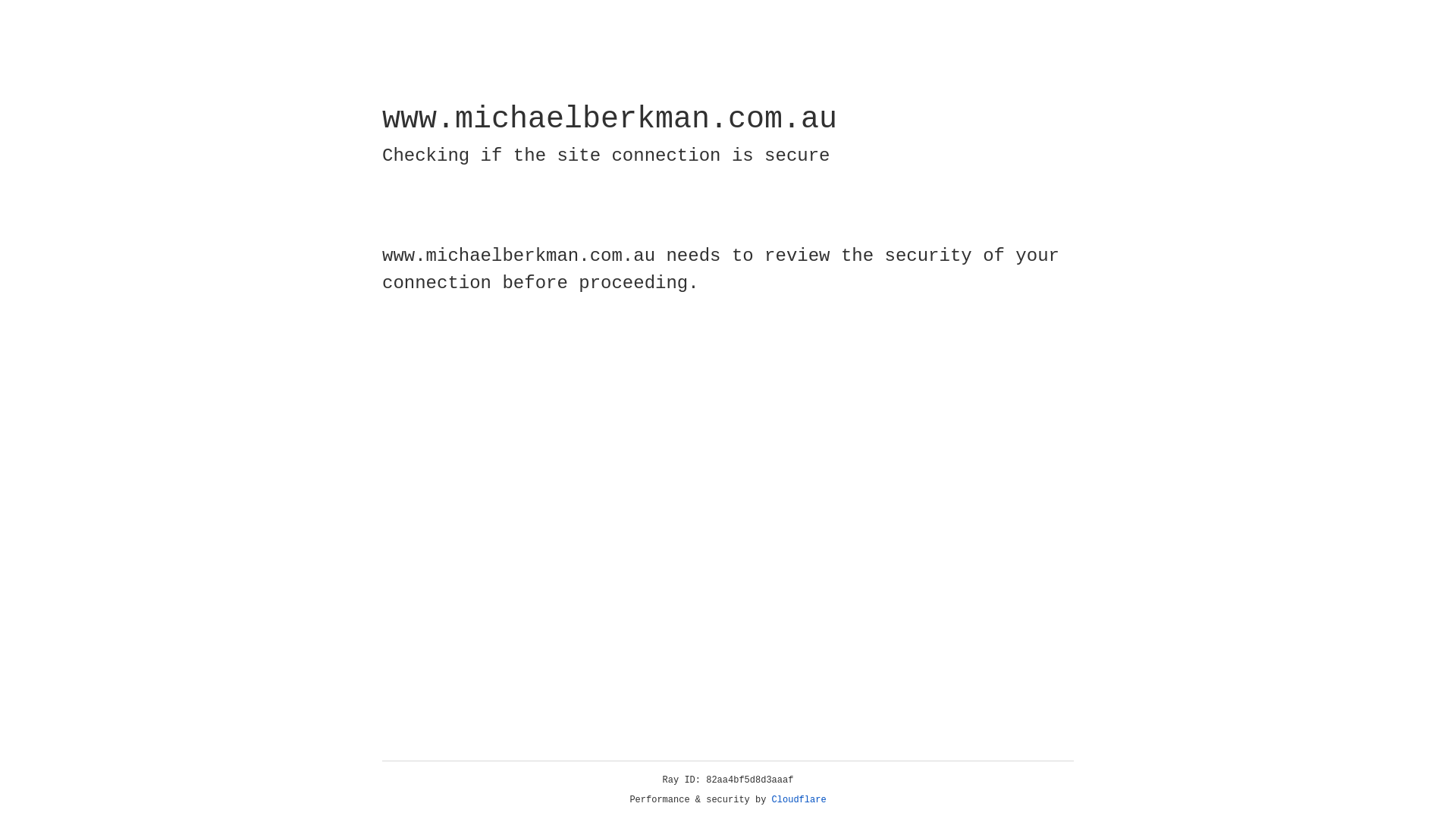 The width and height of the screenshot is (1456, 819). Describe the element at coordinates (799, 799) in the screenshot. I see `'Cloudflare'` at that location.